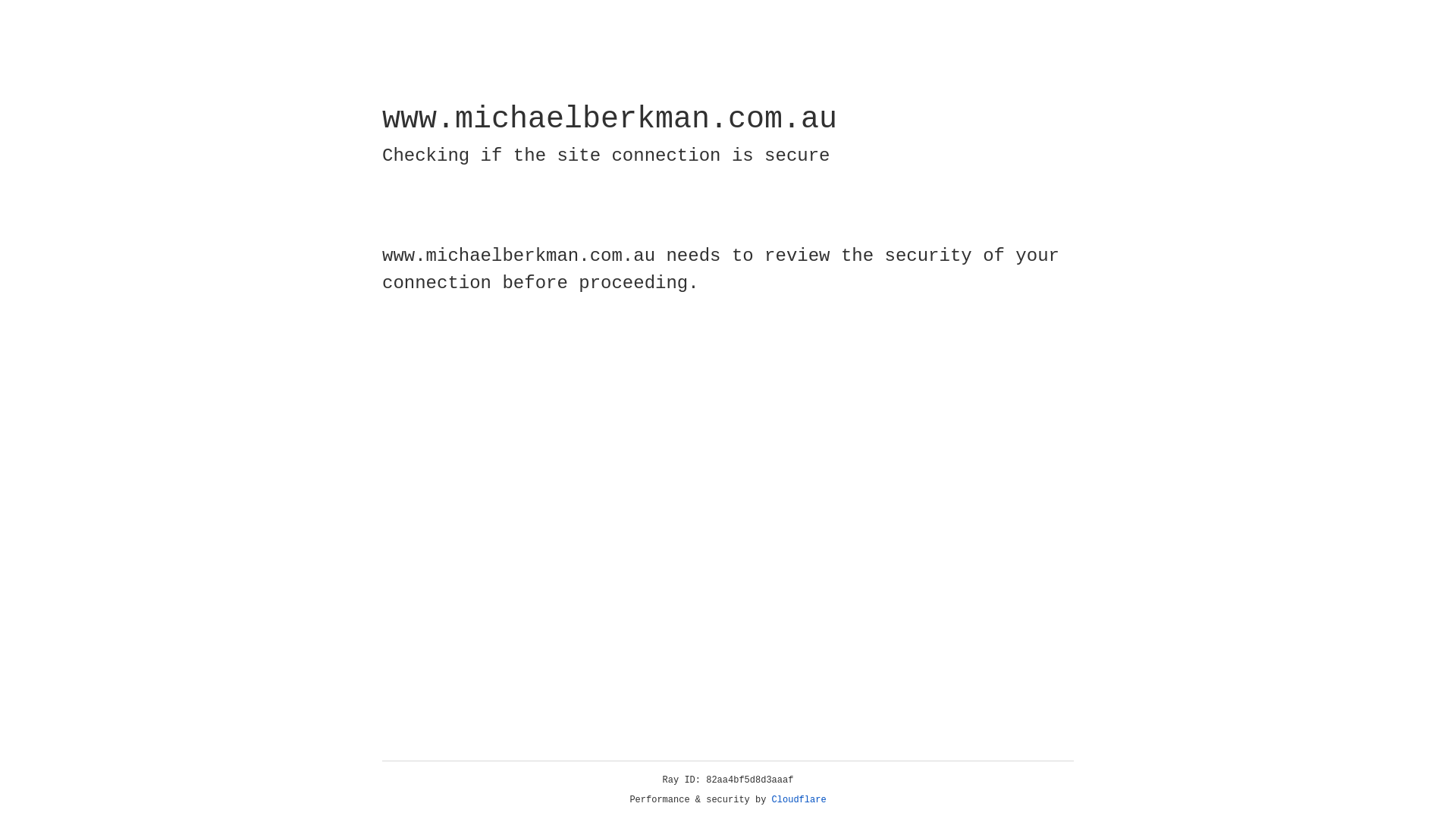 The width and height of the screenshot is (1456, 819). Describe the element at coordinates (799, 799) in the screenshot. I see `'Cloudflare'` at that location.